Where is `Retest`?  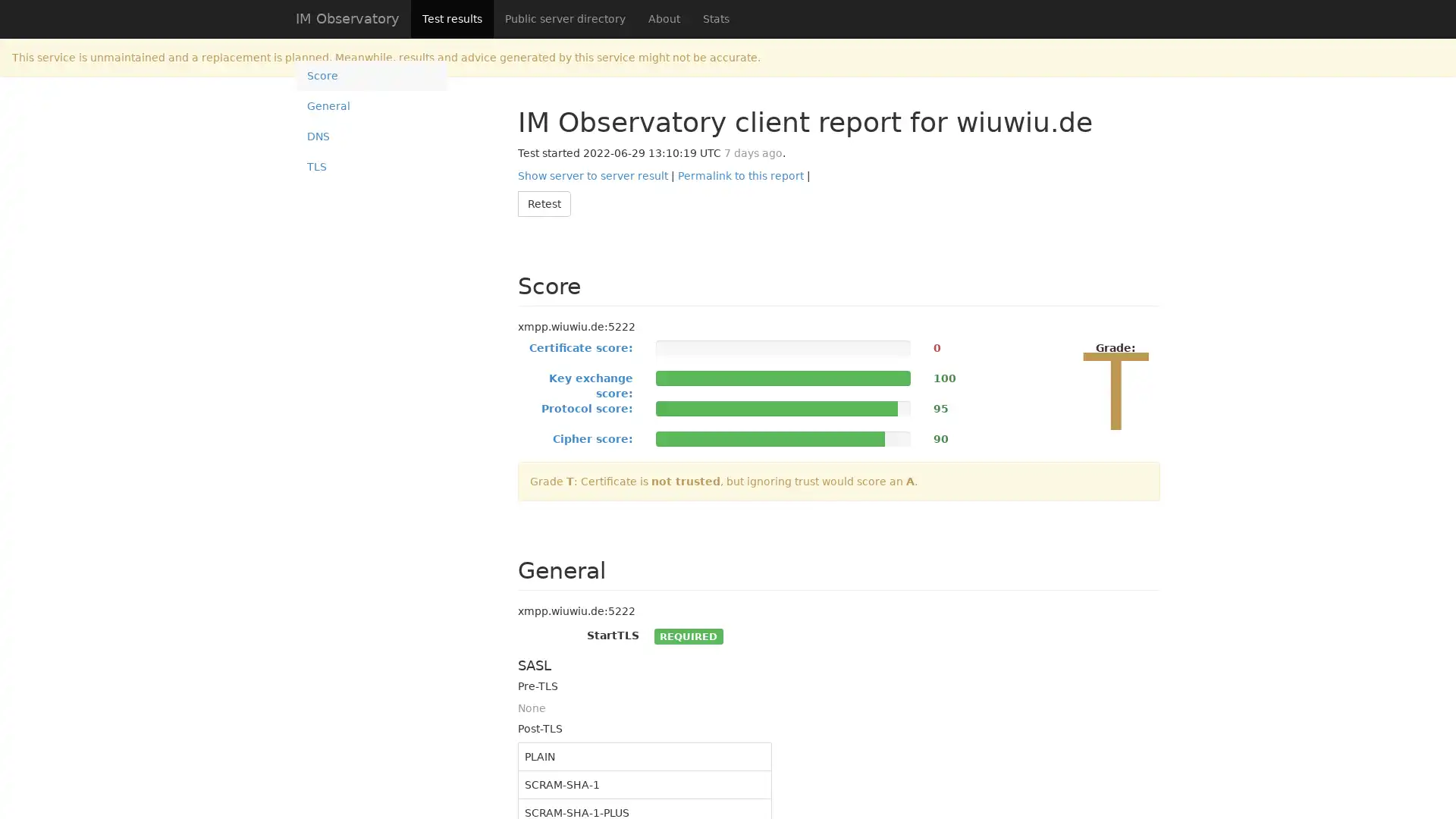
Retest is located at coordinates (543, 202).